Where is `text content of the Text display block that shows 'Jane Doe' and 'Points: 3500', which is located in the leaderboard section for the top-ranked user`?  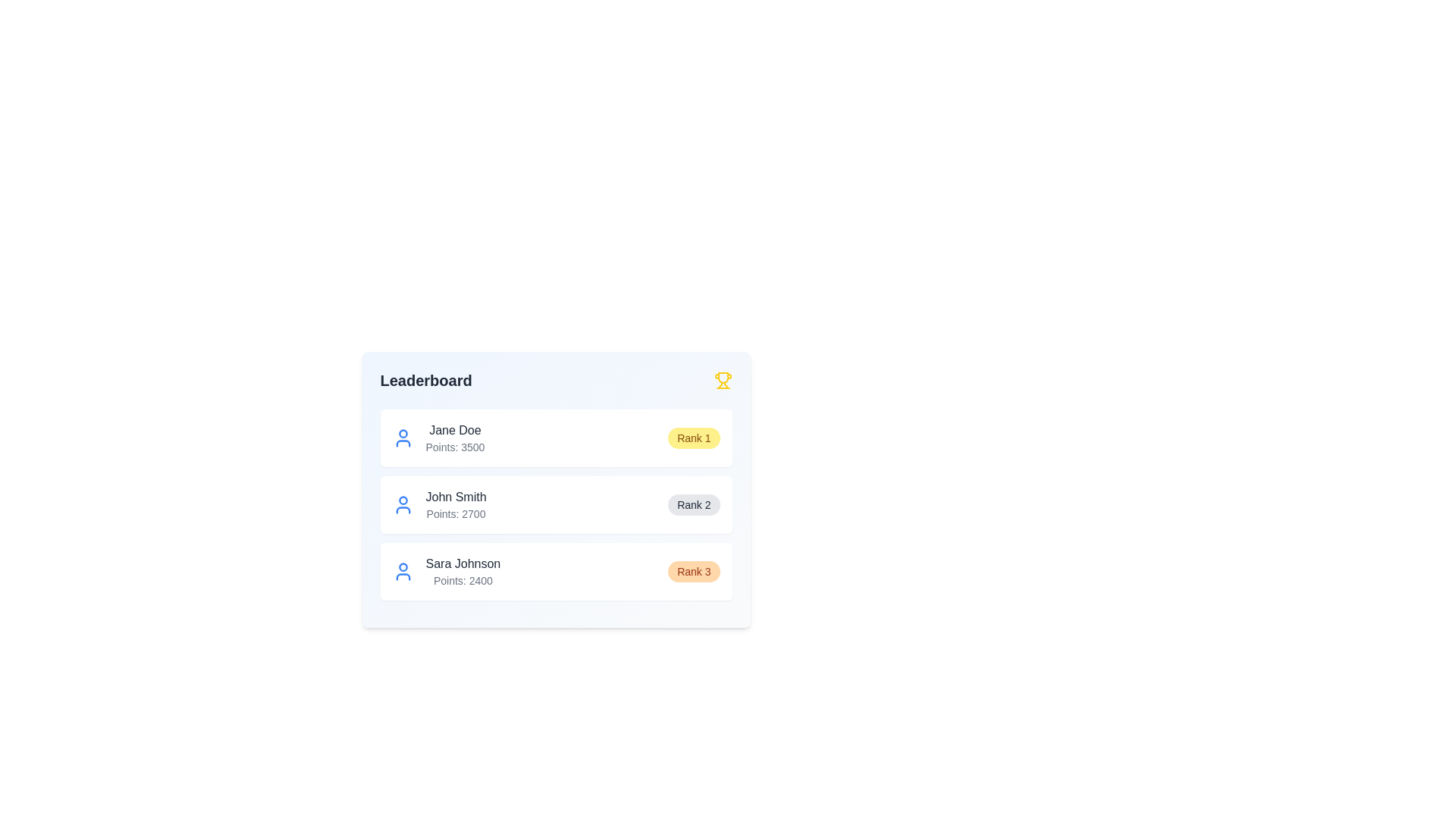
text content of the Text display block that shows 'Jane Doe' and 'Points: 3500', which is located in the leaderboard section for the top-ranked user is located at coordinates (454, 438).